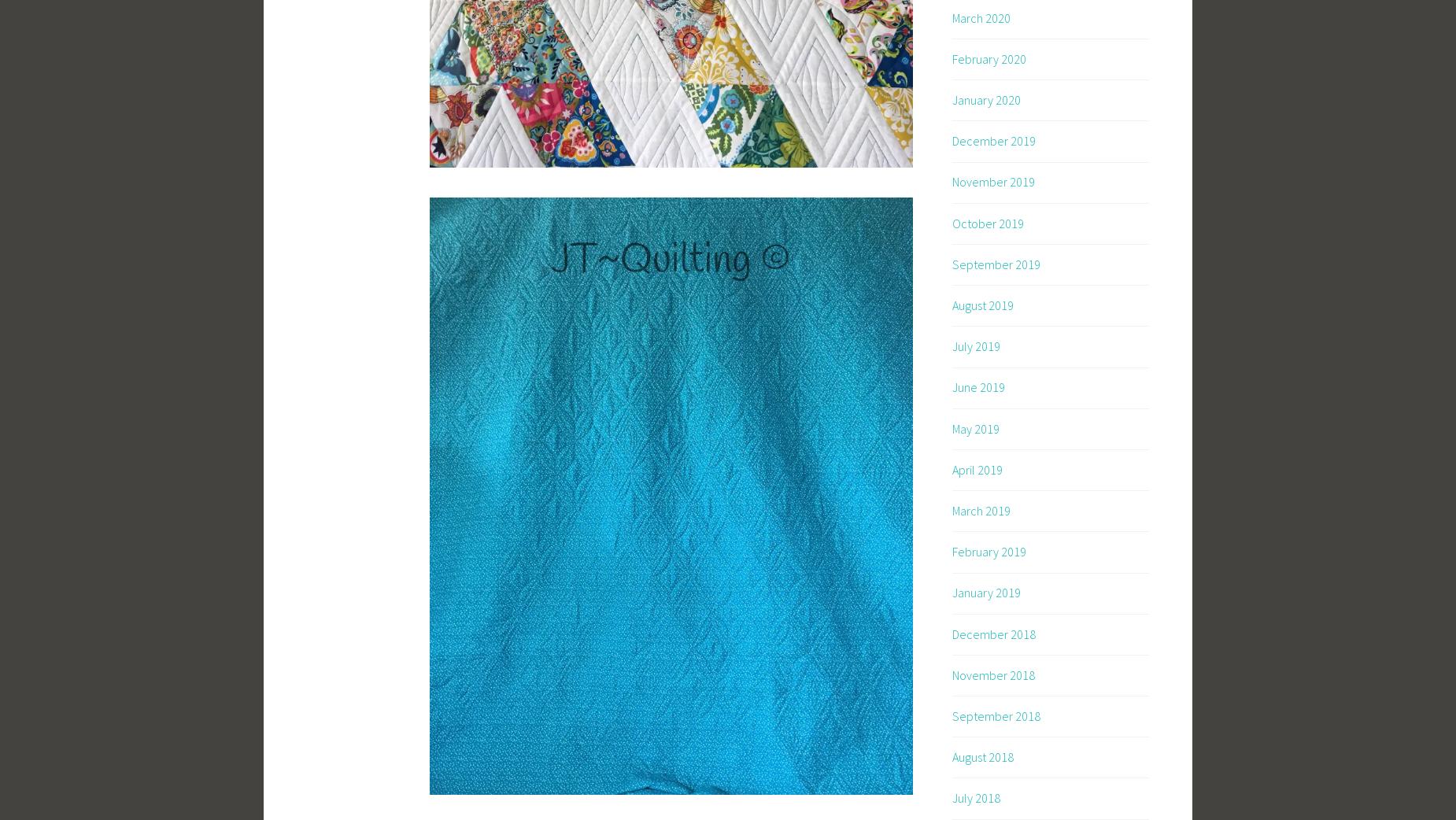 The height and width of the screenshot is (820, 1456). Describe the element at coordinates (992, 674) in the screenshot. I see `'November 2018'` at that location.